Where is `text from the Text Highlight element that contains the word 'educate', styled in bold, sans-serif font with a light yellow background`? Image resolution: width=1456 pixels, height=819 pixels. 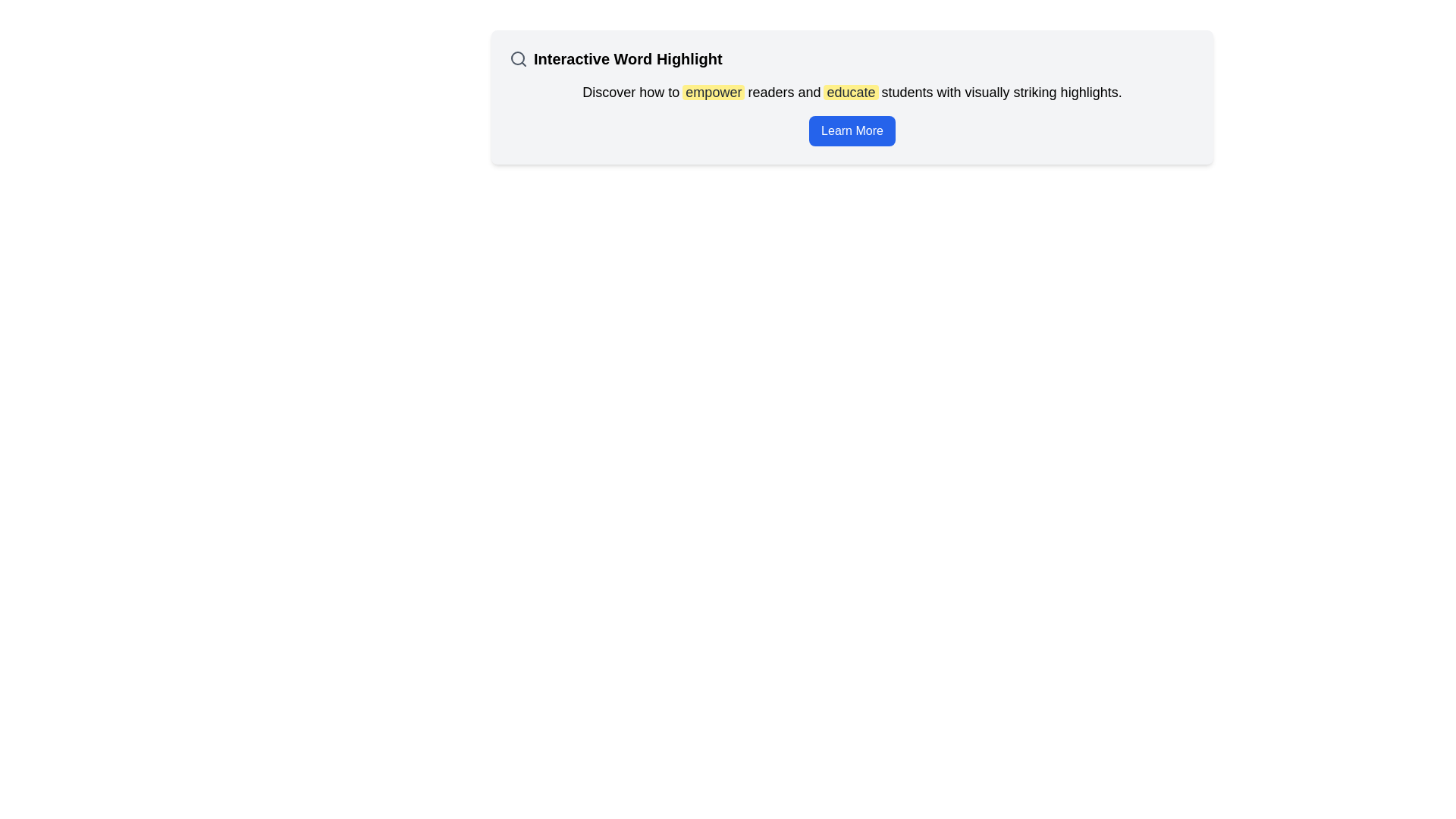 text from the Text Highlight element that contains the word 'educate', styled in bold, sans-serif font with a light yellow background is located at coordinates (851, 93).